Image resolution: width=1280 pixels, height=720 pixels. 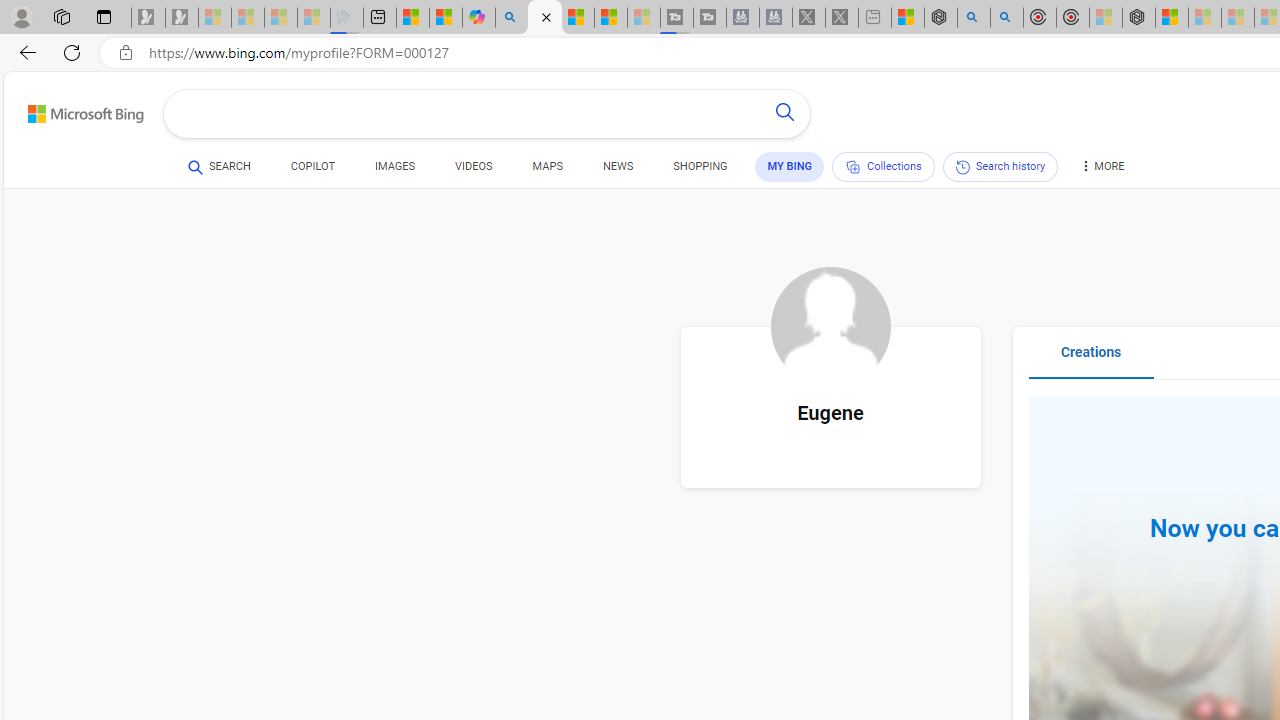 I want to click on 'MY BING', so click(x=788, y=166).